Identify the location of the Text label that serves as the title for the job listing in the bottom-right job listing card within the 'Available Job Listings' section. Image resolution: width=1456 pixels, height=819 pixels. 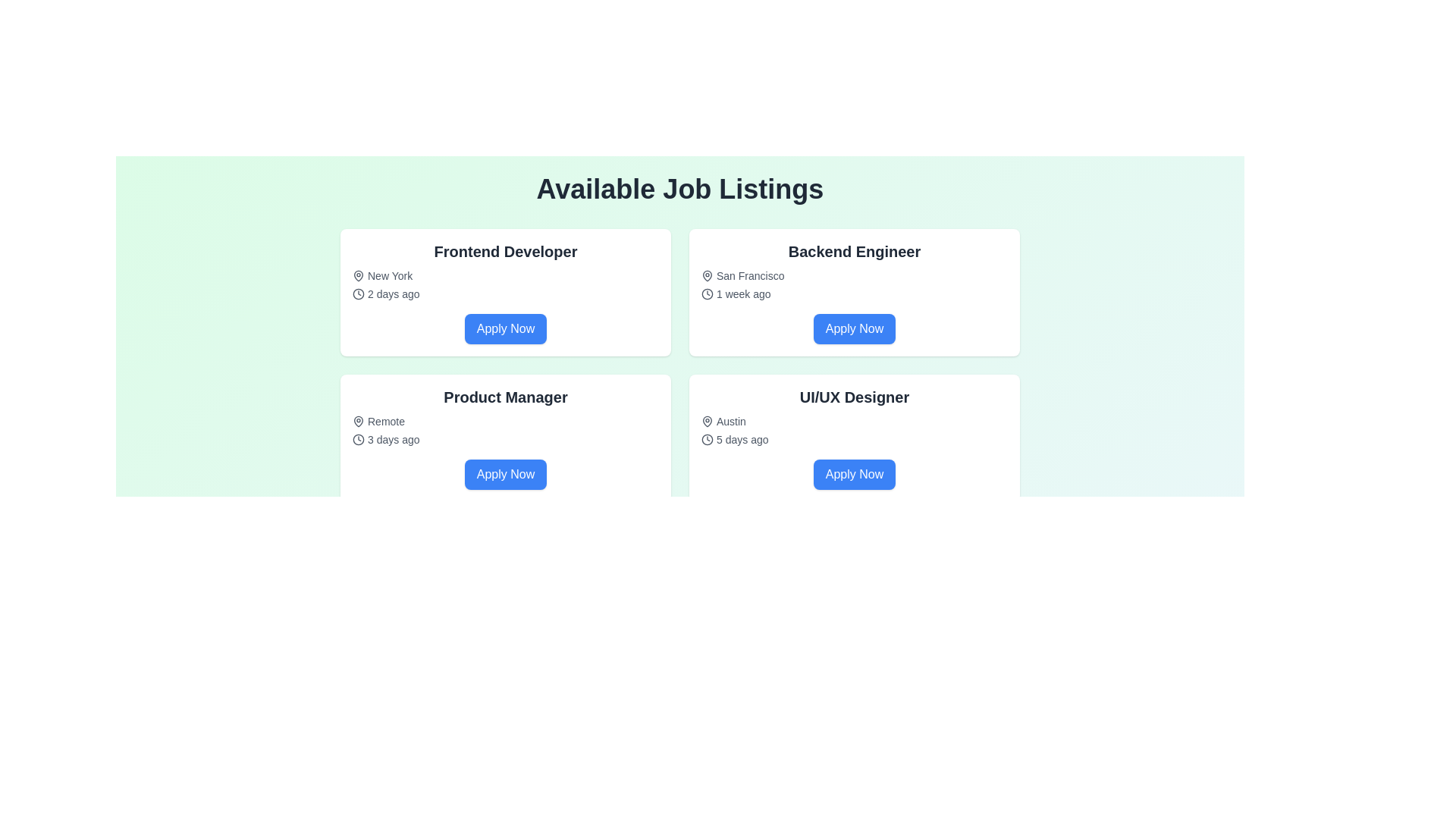
(855, 397).